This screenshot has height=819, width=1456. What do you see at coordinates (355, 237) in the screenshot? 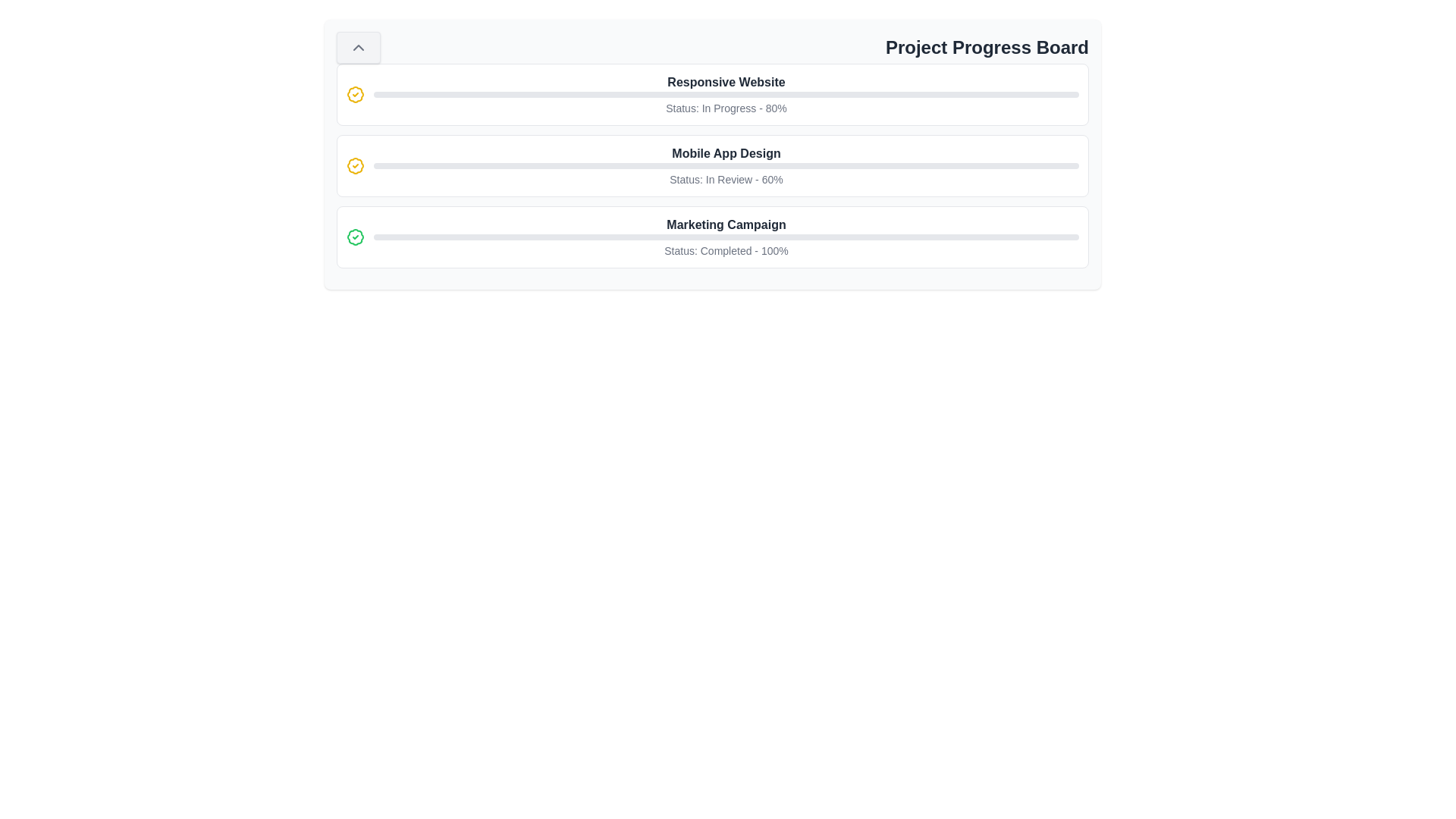
I see `the styling changes of the icon or badge indicating the status of the 'Marketing Campaign' progress, located at the center of the bottommost list item` at bounding box center [355, 237].